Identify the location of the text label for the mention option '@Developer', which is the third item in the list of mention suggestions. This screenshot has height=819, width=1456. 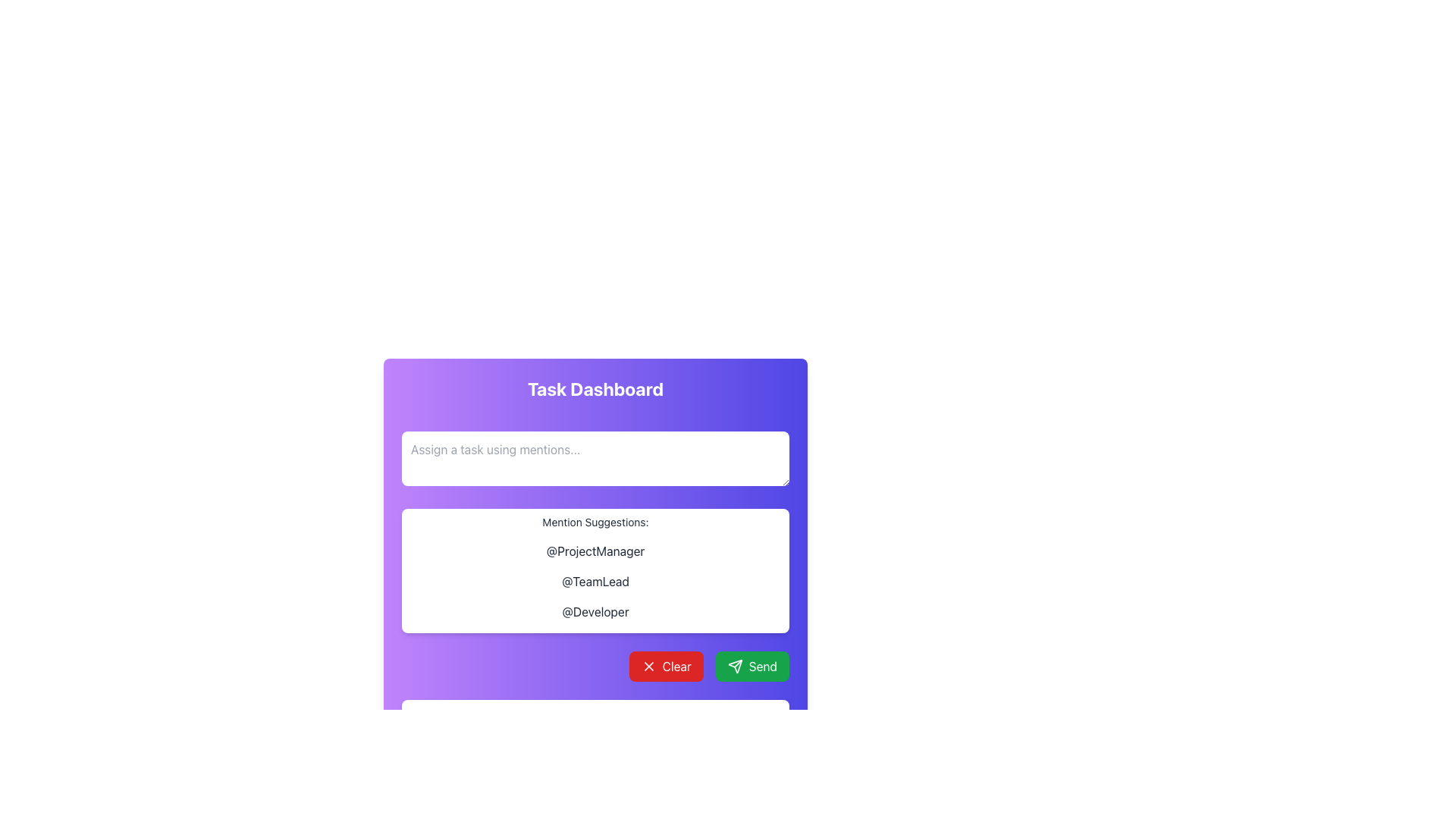
(595, 610).